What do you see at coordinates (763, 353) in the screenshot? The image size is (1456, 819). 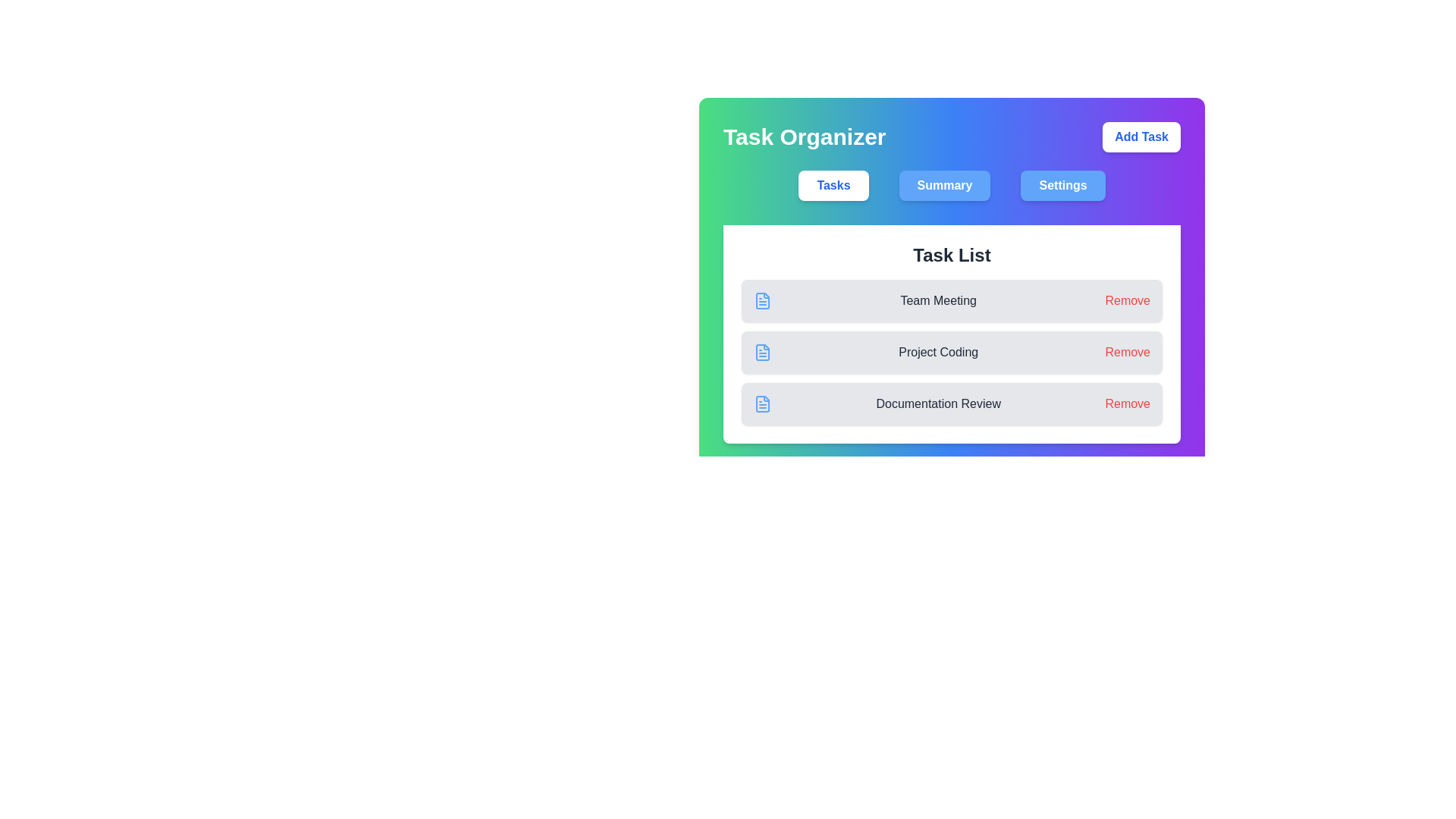 I see `the blue document file icon located in the 'Task List' section, which is the second icon from the top adjacent to the 'Project Coding' text label` at bounding box center [763, 353].